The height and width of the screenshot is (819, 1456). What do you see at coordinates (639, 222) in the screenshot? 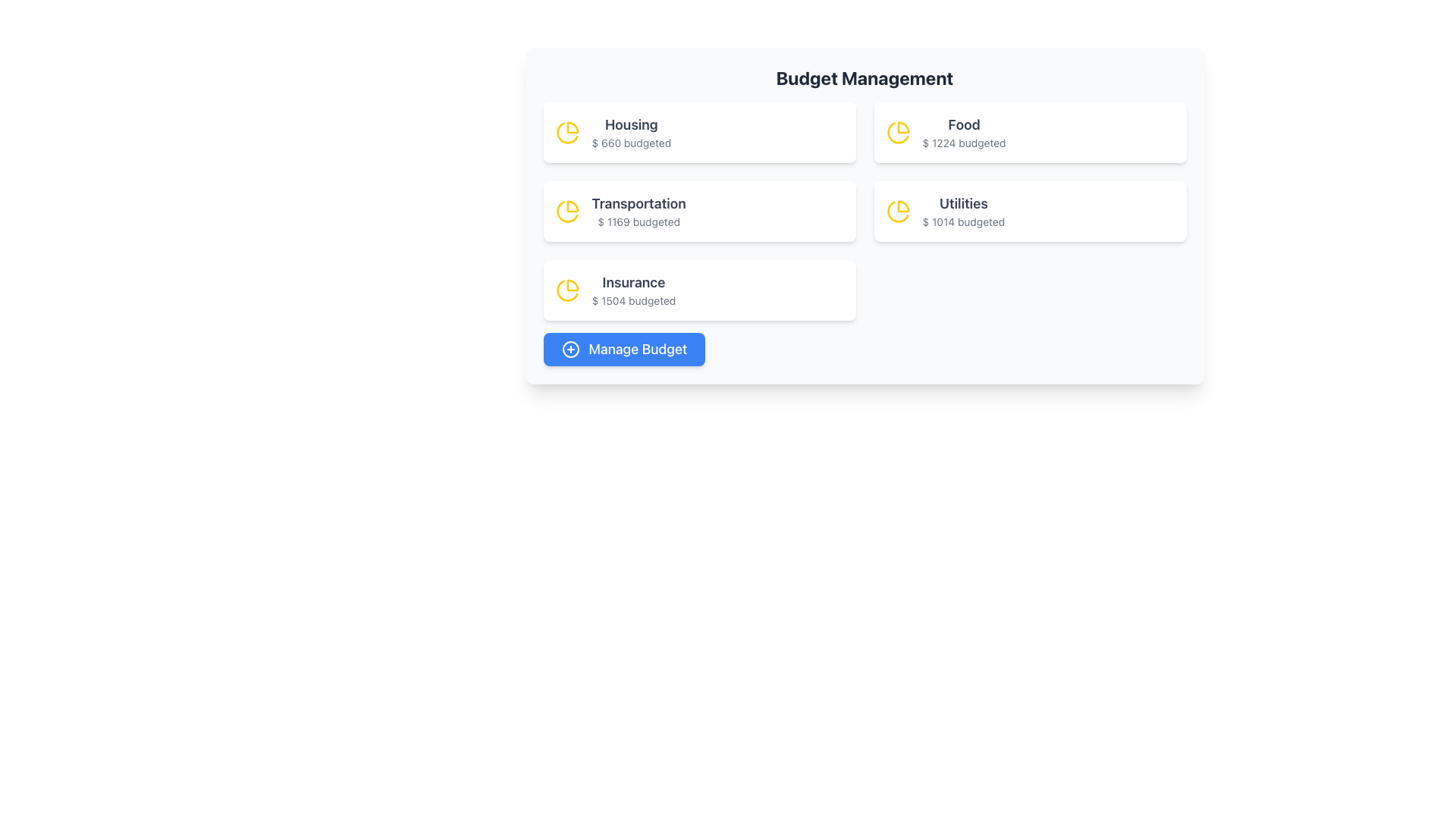
I see `text content of the budgeted amount associated with the category 'Transportation' in the financial management interface, located in the second position of the first column of the budget items grid` at bounding box center [639, 222].